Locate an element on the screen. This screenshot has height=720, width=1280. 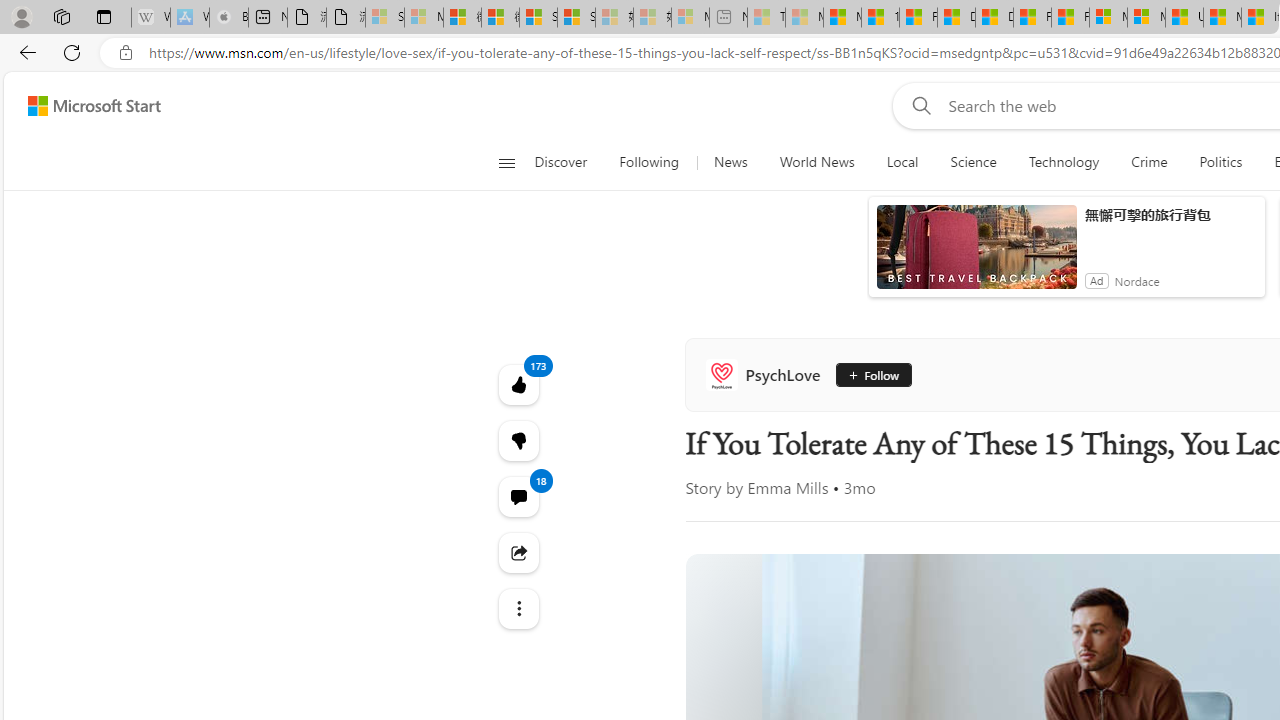
'Wikipedia - Sleeping' is located at coordinates (150, 17).